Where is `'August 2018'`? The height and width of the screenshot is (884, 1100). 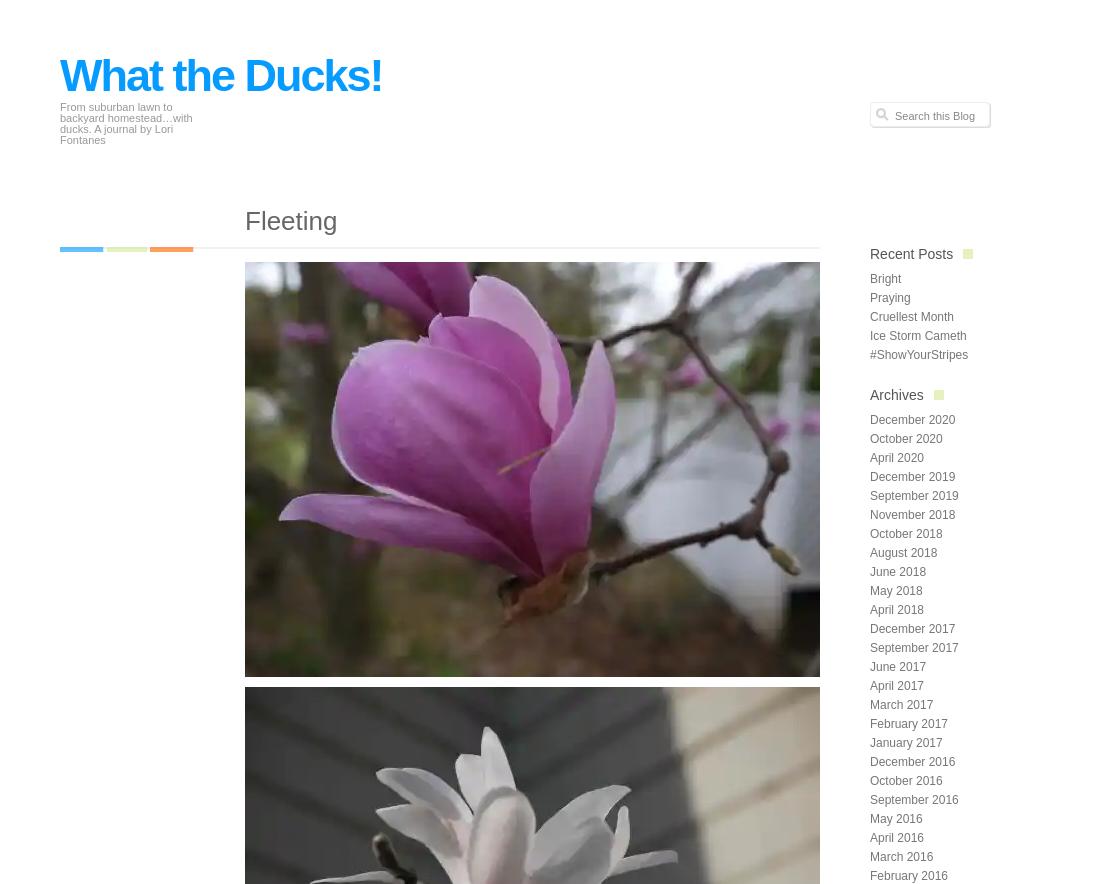
'August 2018' is located at coordinates (868, 552).